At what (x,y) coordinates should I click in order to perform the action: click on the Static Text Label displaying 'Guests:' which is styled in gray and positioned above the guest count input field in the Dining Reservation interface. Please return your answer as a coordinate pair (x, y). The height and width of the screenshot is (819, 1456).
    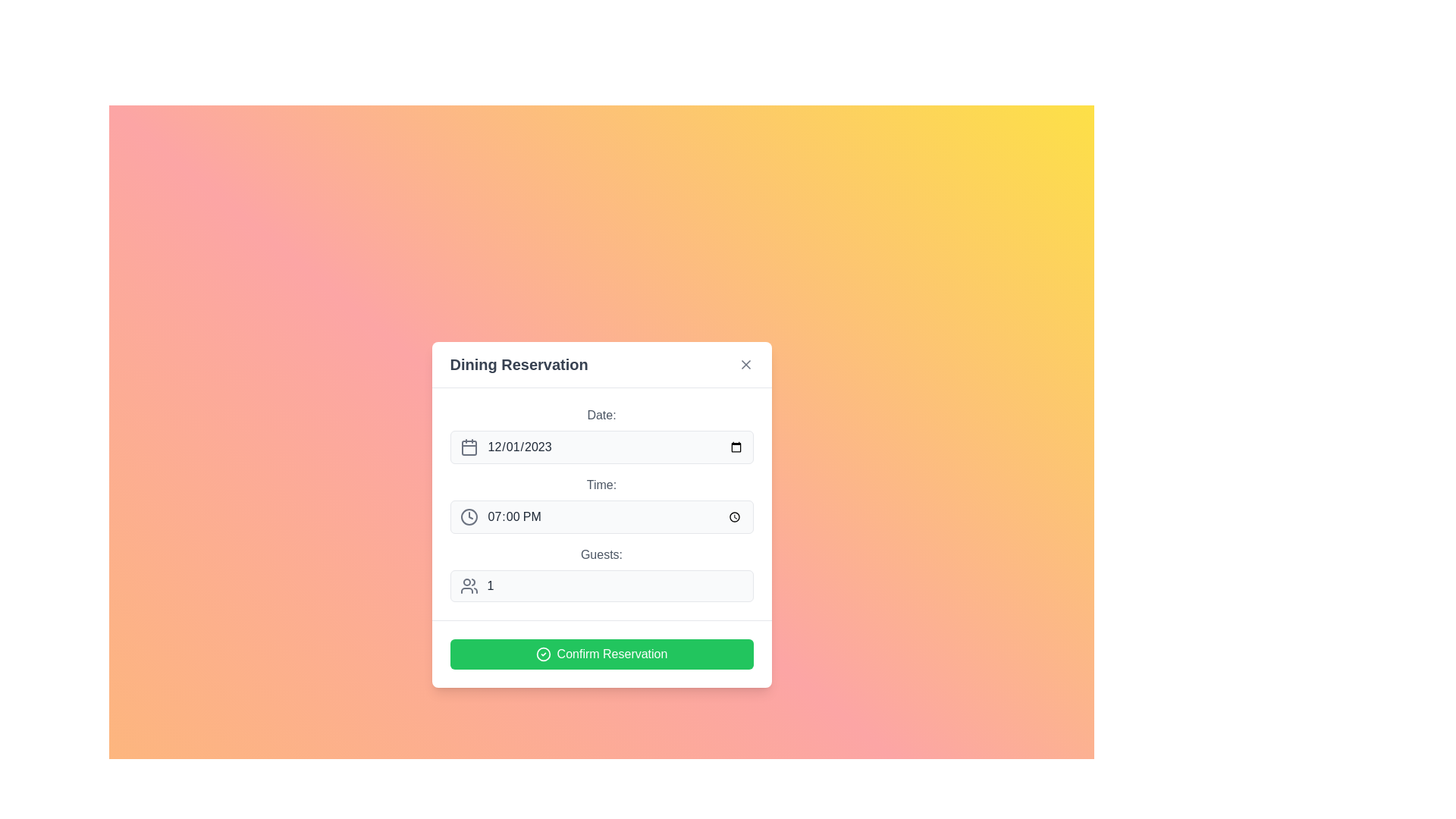
    Looking at the image, I should click on (601, 555).